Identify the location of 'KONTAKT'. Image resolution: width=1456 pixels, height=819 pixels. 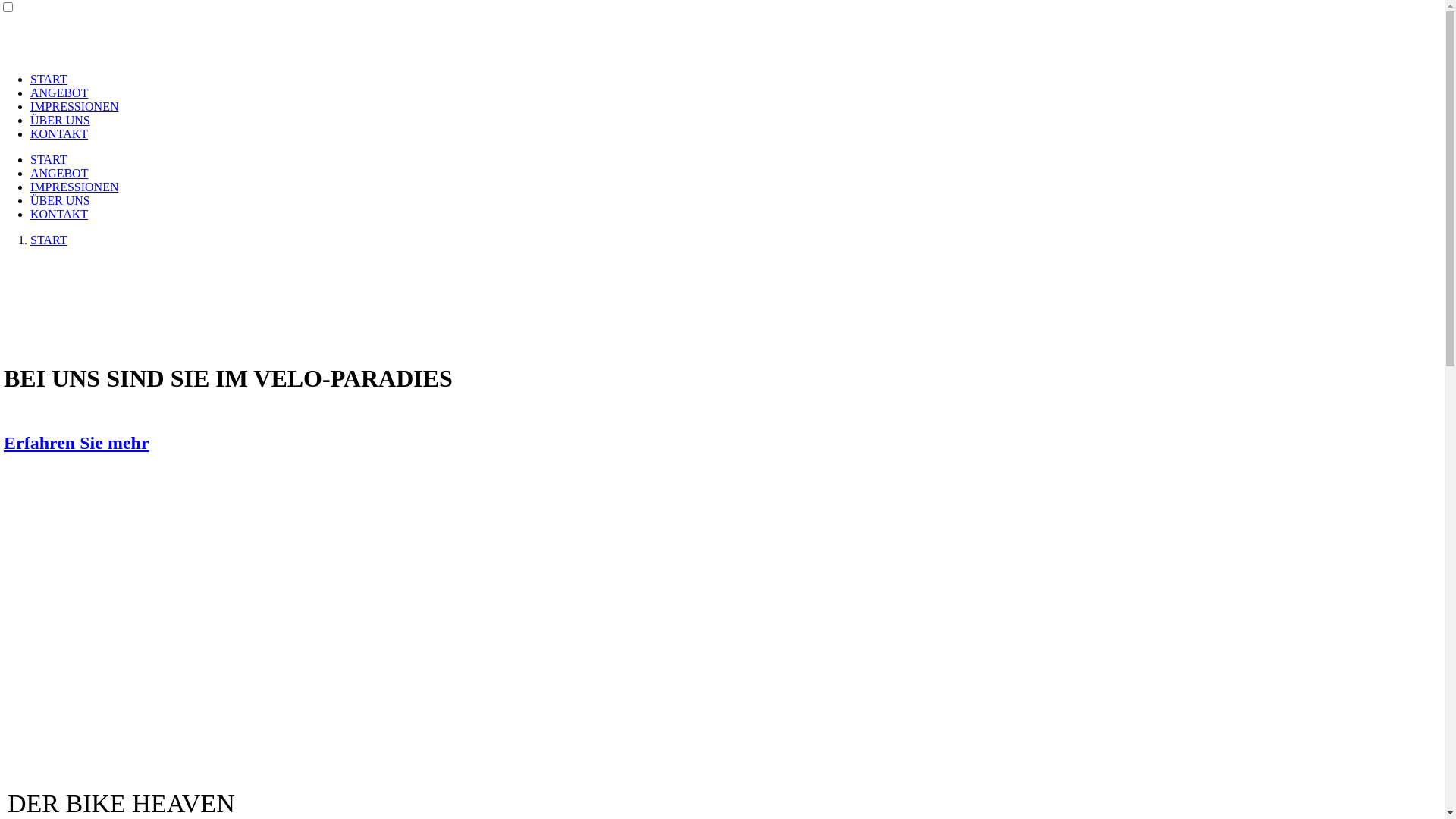
(58, 133).